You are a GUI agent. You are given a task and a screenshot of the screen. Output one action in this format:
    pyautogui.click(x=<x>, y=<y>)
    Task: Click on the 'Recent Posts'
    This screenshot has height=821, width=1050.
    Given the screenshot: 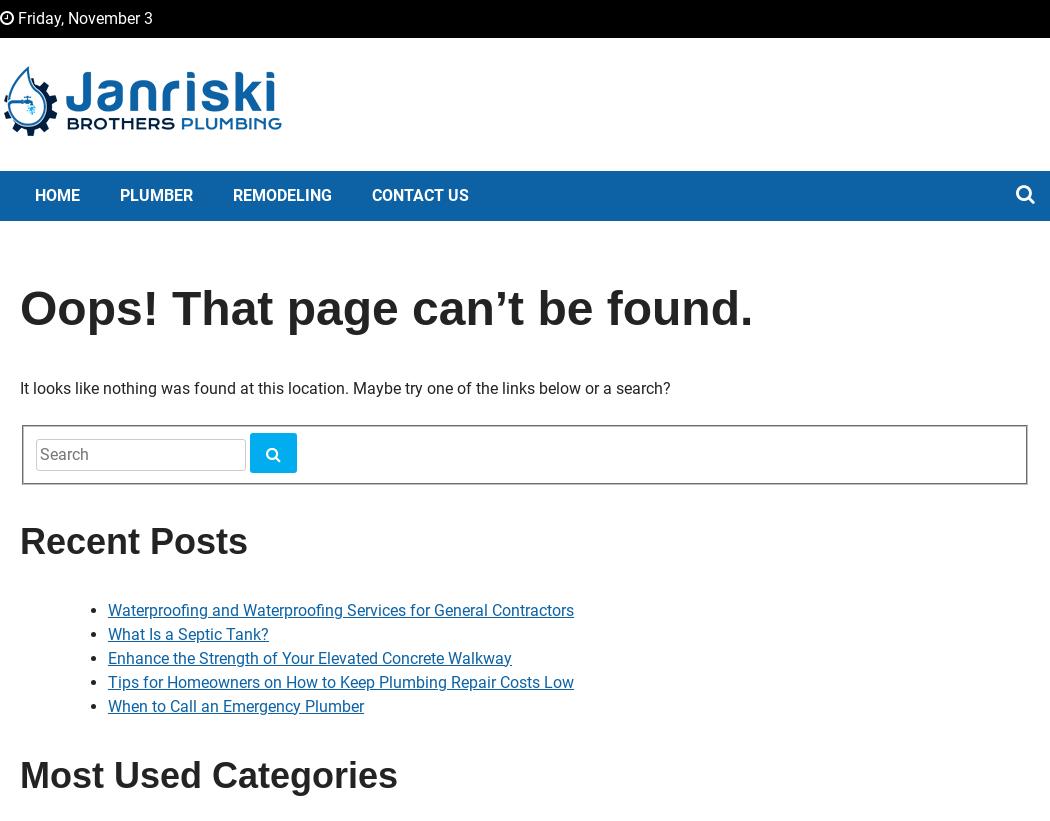 What is the action you would take?
    pyautogui.click(x=19, y=540)
    